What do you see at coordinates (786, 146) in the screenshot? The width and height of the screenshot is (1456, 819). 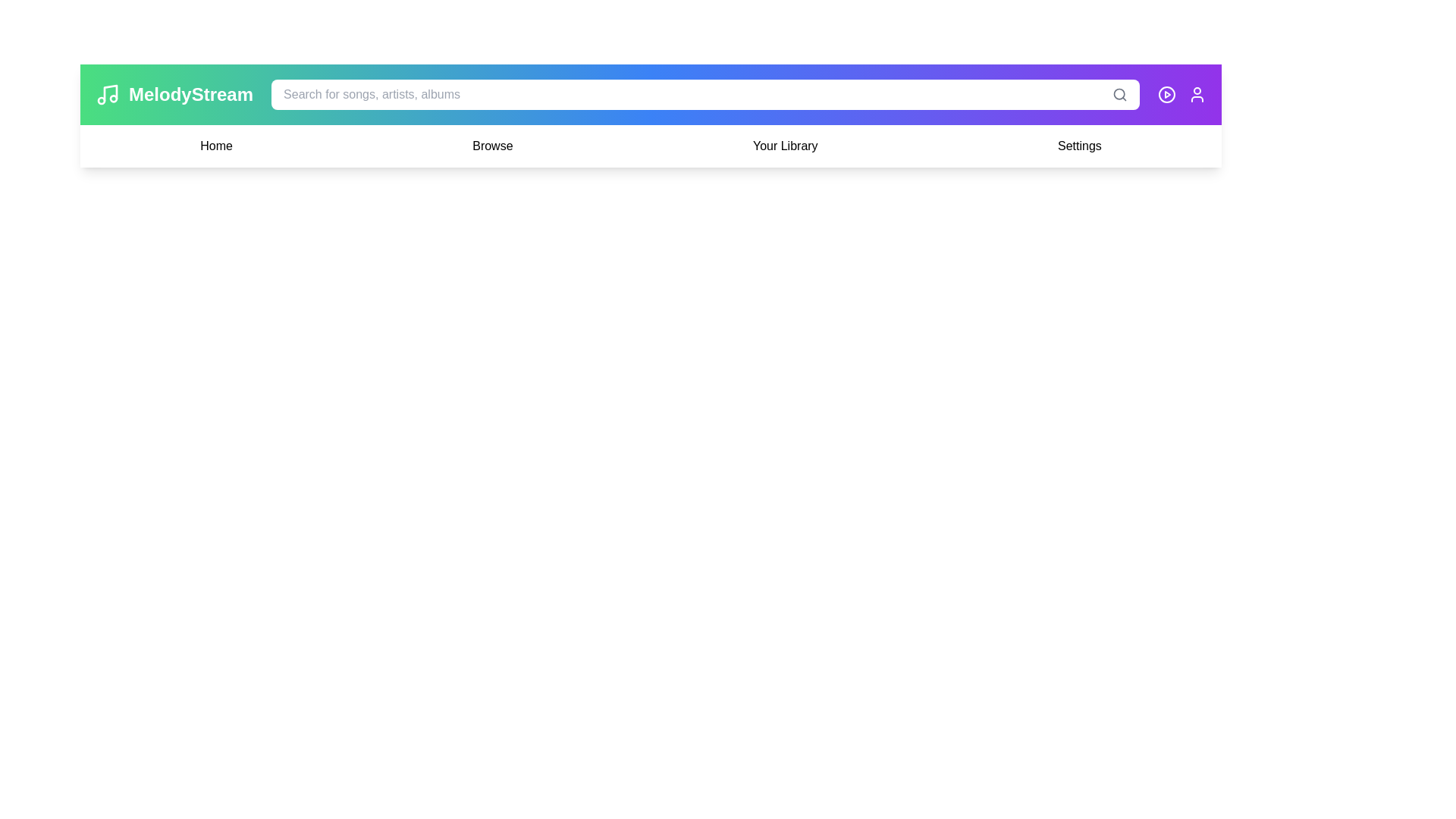 I see `the menu item Your Library from the navigation bar` at bounding box center [786, 146].